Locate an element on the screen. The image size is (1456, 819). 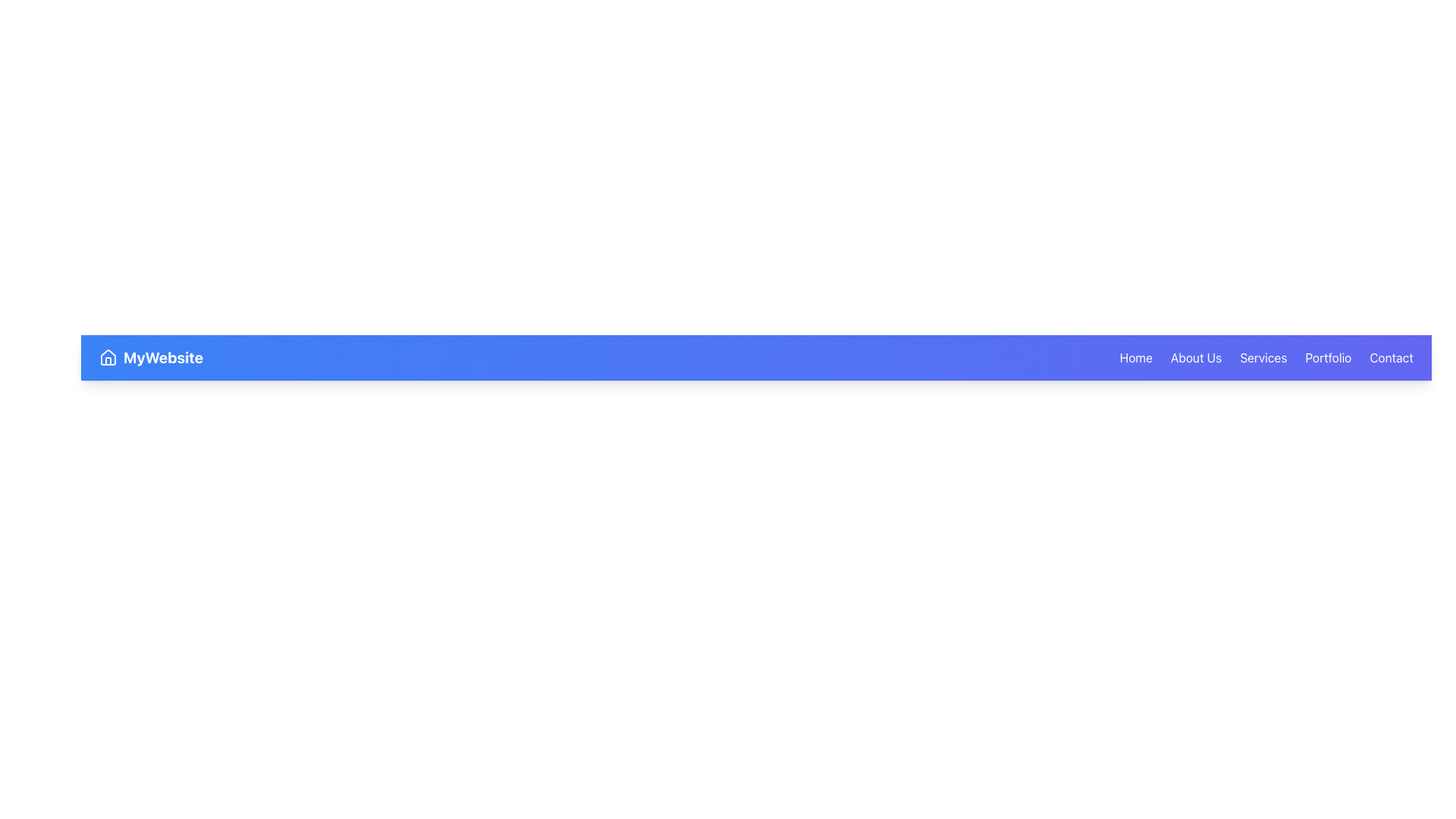
the 'MyWebsite' text logo with a house-shaped icon is located at coordinates (151, 357).